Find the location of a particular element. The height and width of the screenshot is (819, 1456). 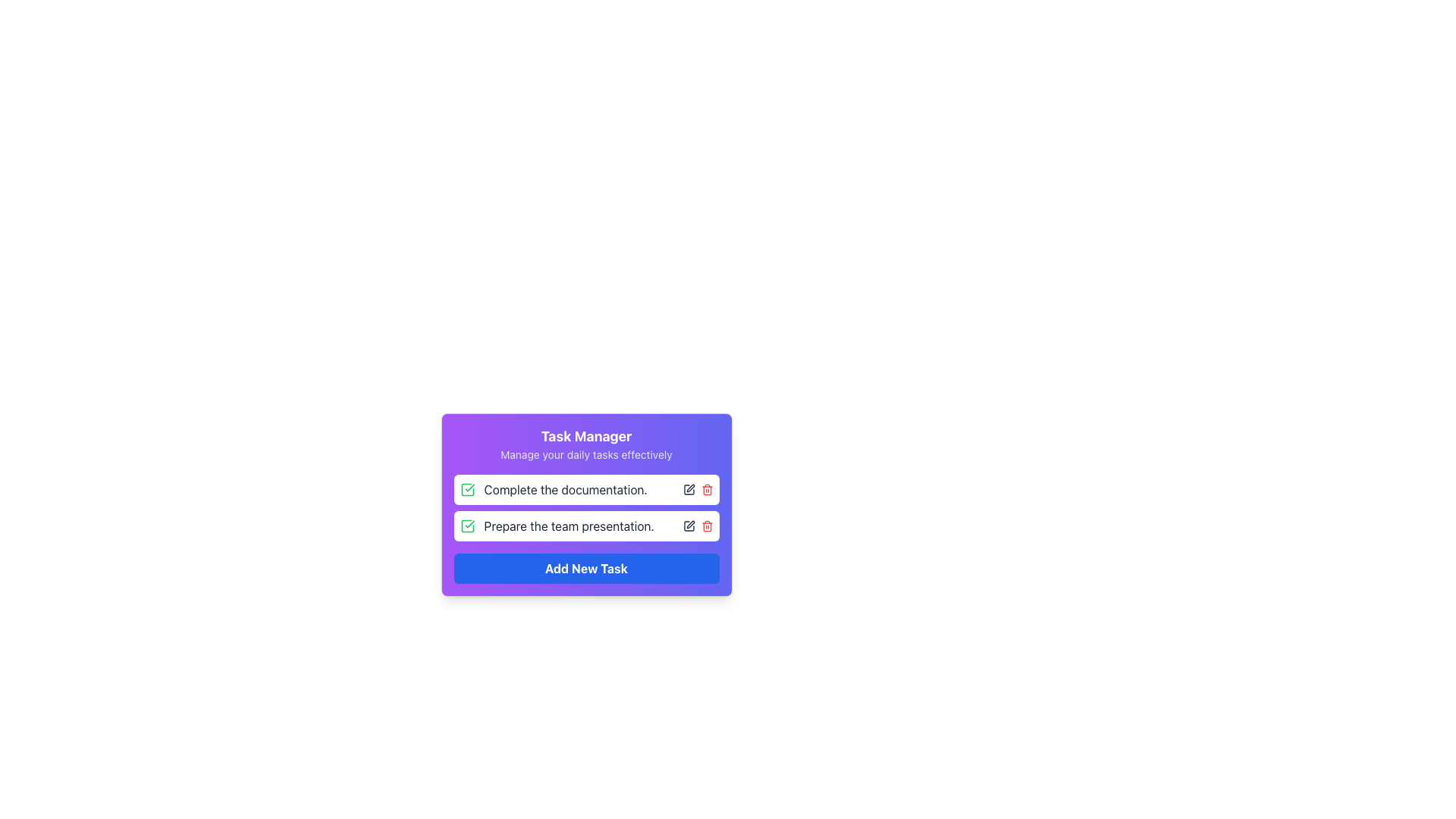

the first checkbox is located at coordinates (466, 489).